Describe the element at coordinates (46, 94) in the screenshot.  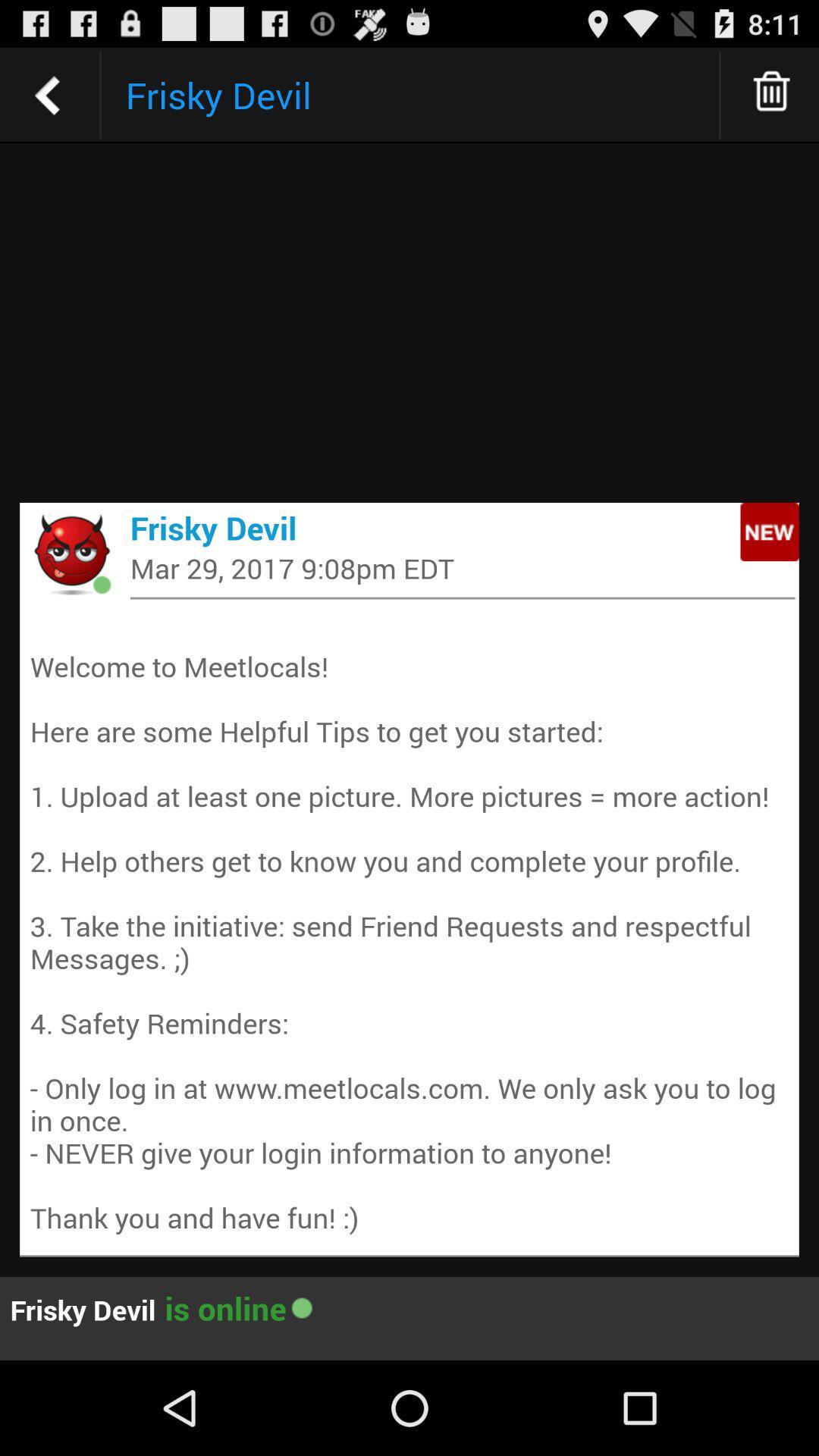
I see `back` at that location.